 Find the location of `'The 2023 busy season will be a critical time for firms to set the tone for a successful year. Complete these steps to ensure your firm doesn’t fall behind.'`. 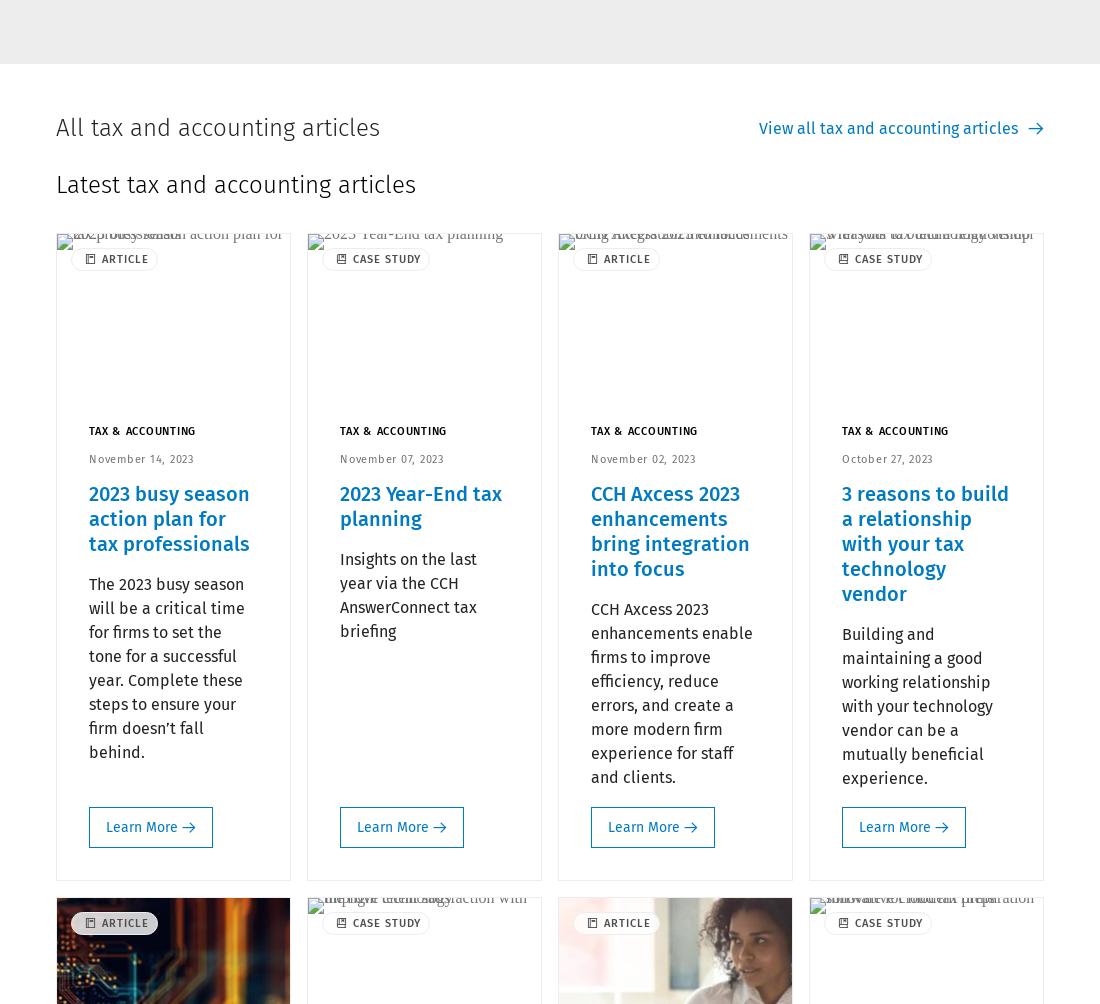

'The 2023 busy season will be a critical time for firms to set the tone for a successful year. Complete these steps to ensure your firm doesn’t fall behind.' is located at coordinates (165, 666).